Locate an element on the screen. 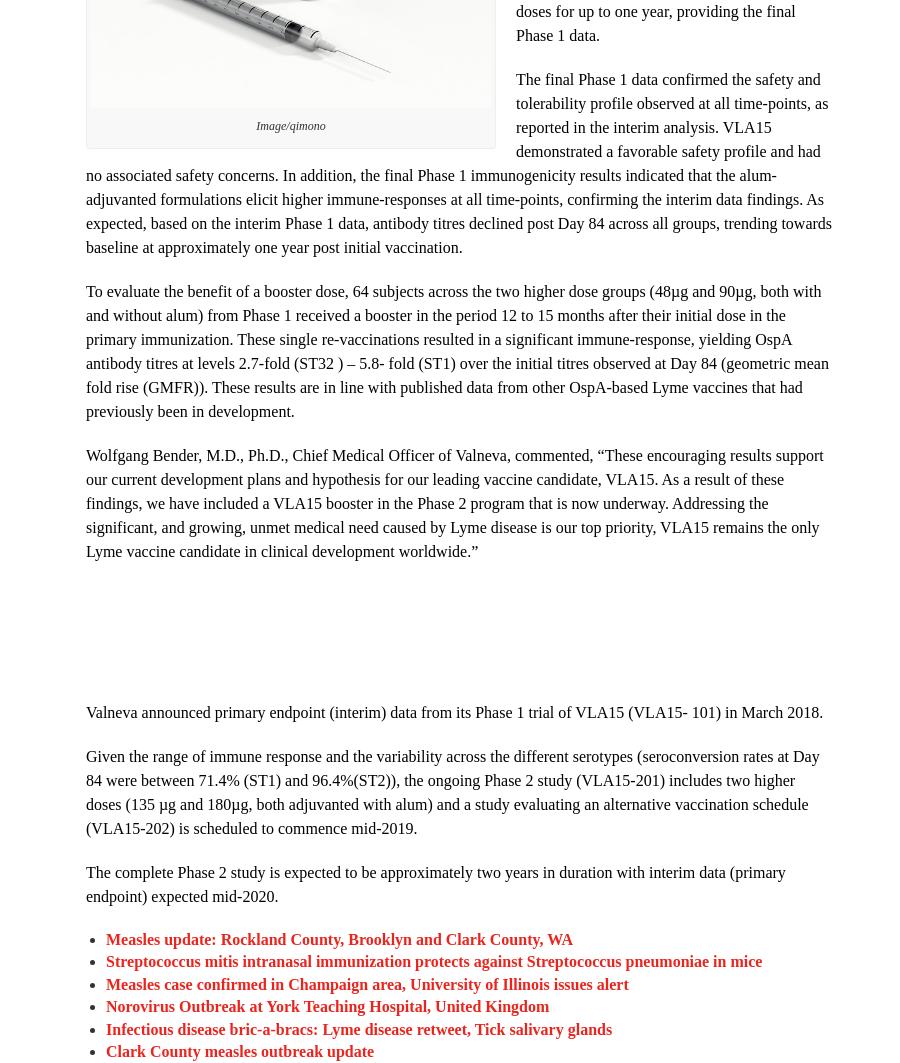  'Measles case confirmed in Champaign area, University of Illinois issues alert' is located at coordinates (105, 982).